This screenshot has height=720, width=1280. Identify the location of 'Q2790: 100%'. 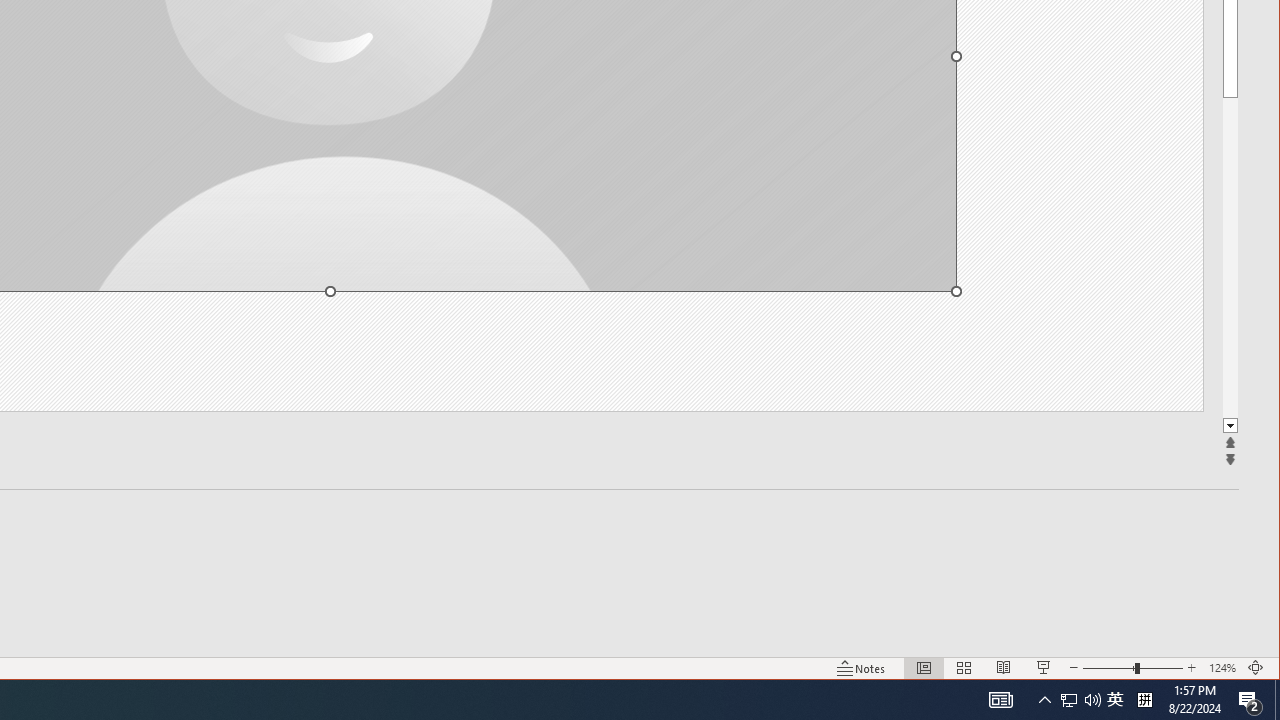
(1092, 698).